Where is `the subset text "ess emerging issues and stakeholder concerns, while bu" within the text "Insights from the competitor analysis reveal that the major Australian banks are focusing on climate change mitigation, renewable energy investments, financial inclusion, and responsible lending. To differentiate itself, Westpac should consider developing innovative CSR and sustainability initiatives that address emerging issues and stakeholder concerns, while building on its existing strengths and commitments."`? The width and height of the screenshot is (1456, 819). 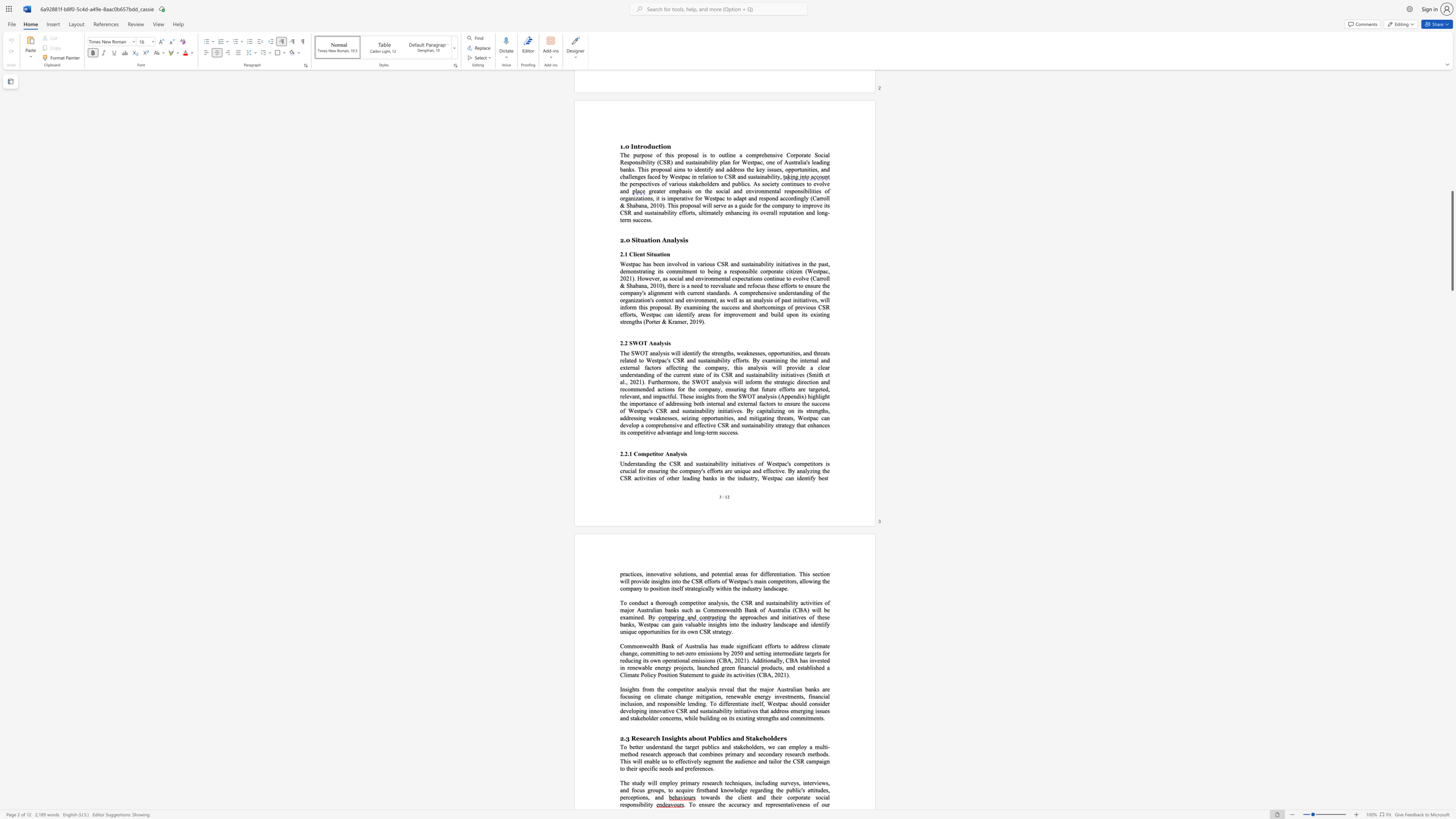 the subset text "ess emerging issues and stakeholder concerns, while bu" within the text "Insights from the competitor analysis reveal that the major Australian banks are focusing on climate change mitigation, renewable energy investments, financial inclusion, and responsible lending. To differentiate itself, Westpac should consider developing innovative CSR and sustainability initiatives that address emerging issues and stakeholder concerns, while building on its existing strengths and commitments." is located at coordinates (781, 710).